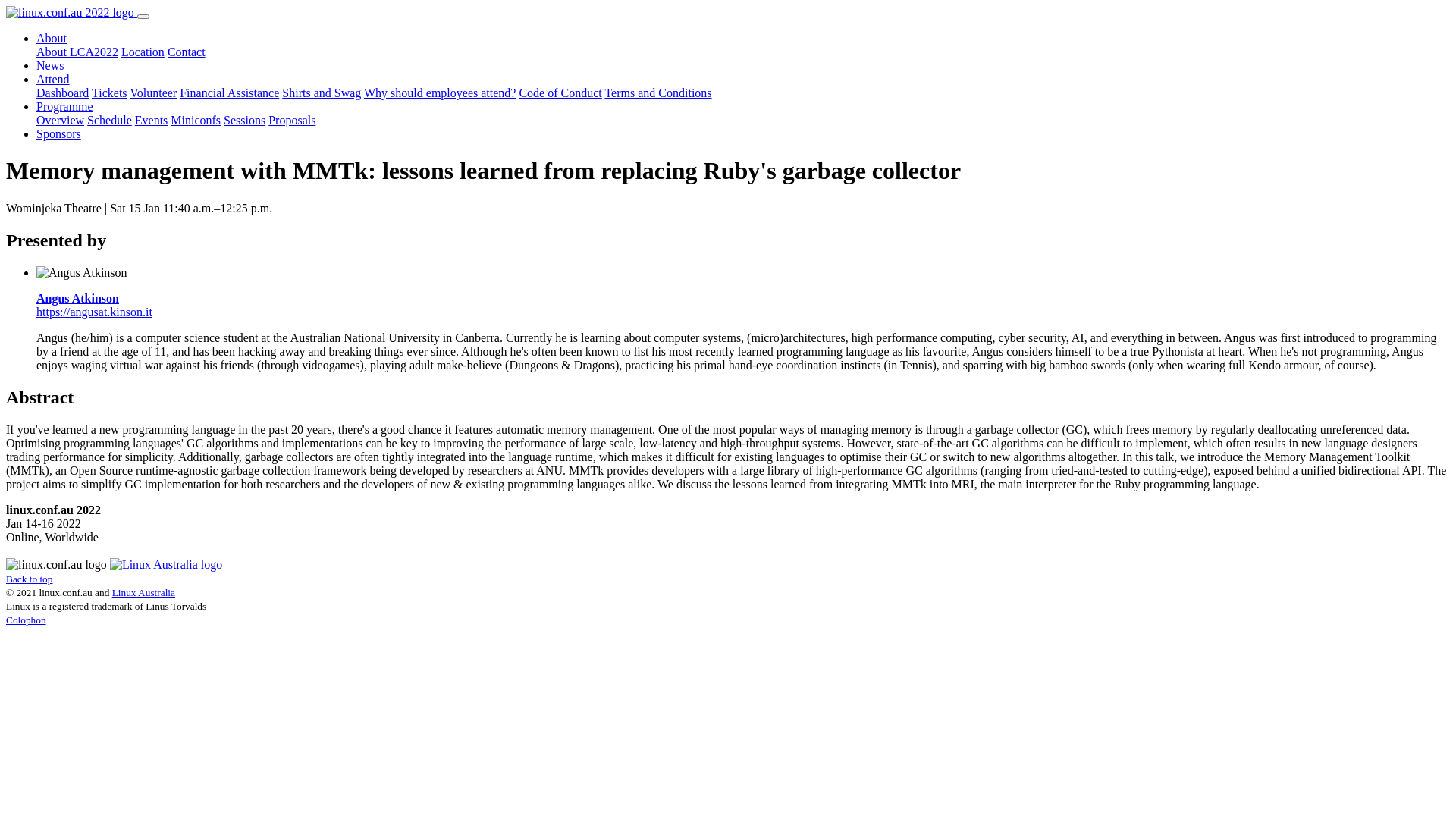 Image resolution: width=1456 pixels, height=819 pixels. I want to click on 'Dashboard', so click(61, 93).